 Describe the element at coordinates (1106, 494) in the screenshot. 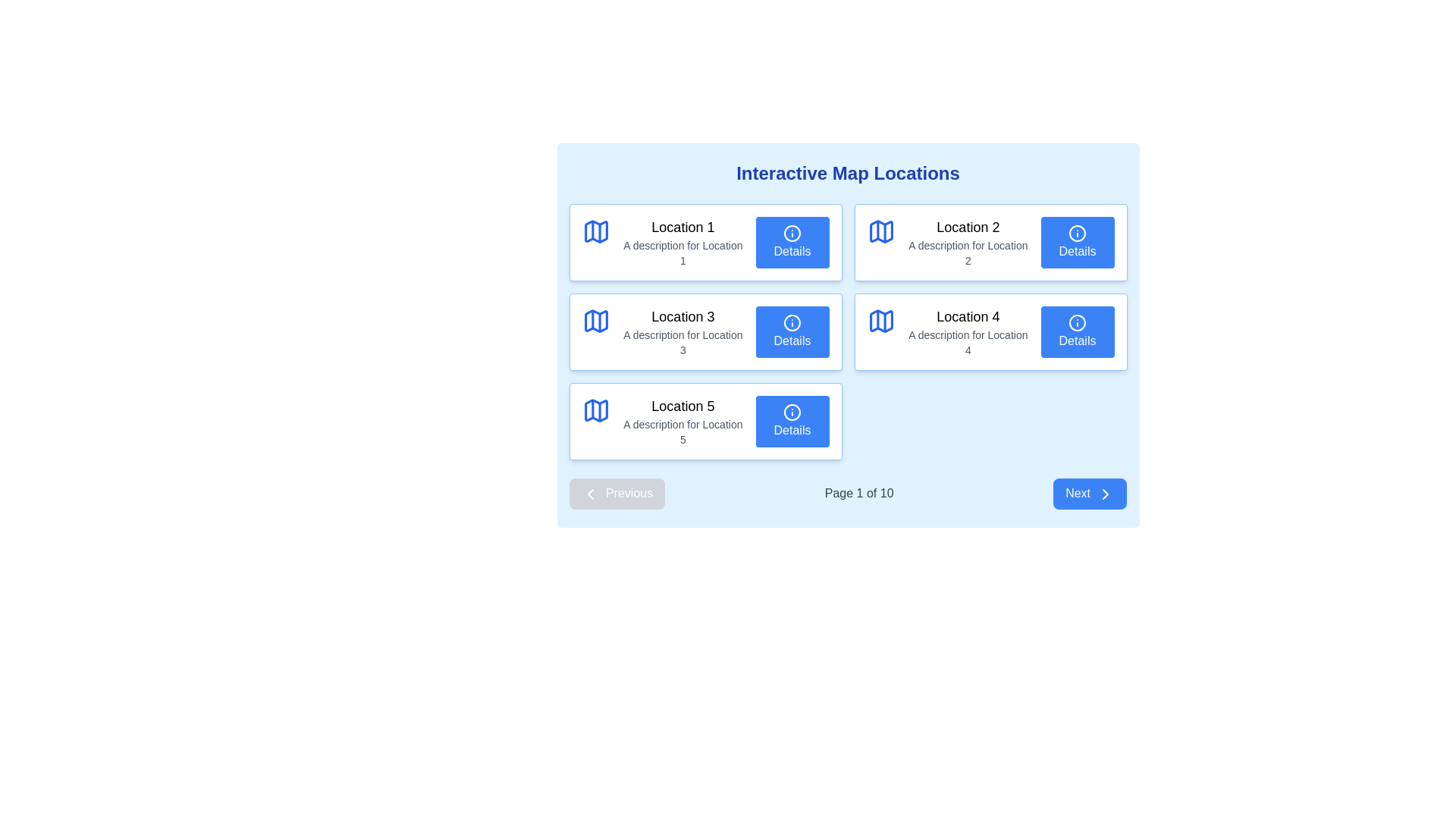

I see `the arrow-shaped icon within the 'Next' button to proceed to the next page or section` at that location.